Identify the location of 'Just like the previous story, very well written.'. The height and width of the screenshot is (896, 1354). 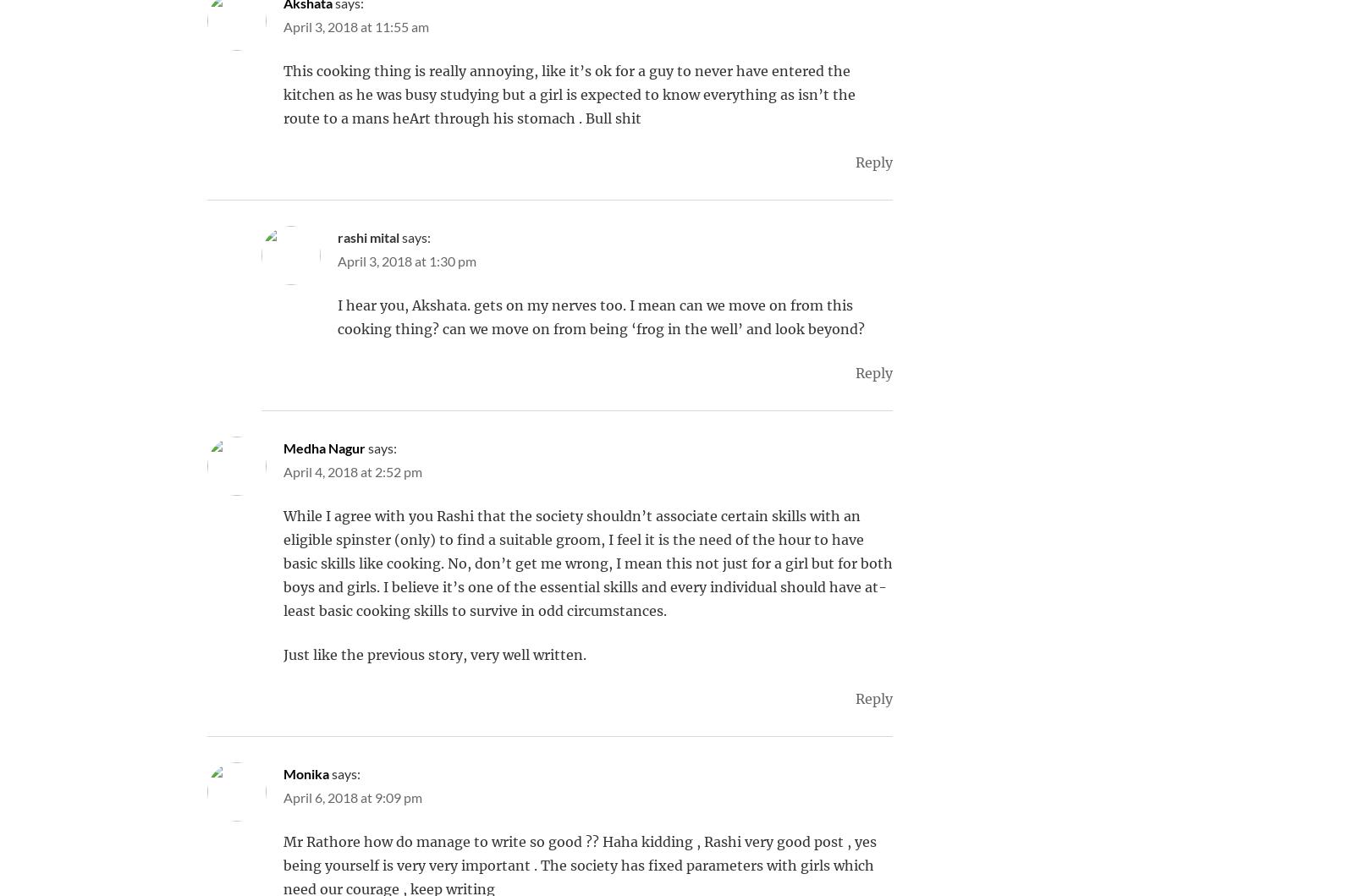
(433, 654).